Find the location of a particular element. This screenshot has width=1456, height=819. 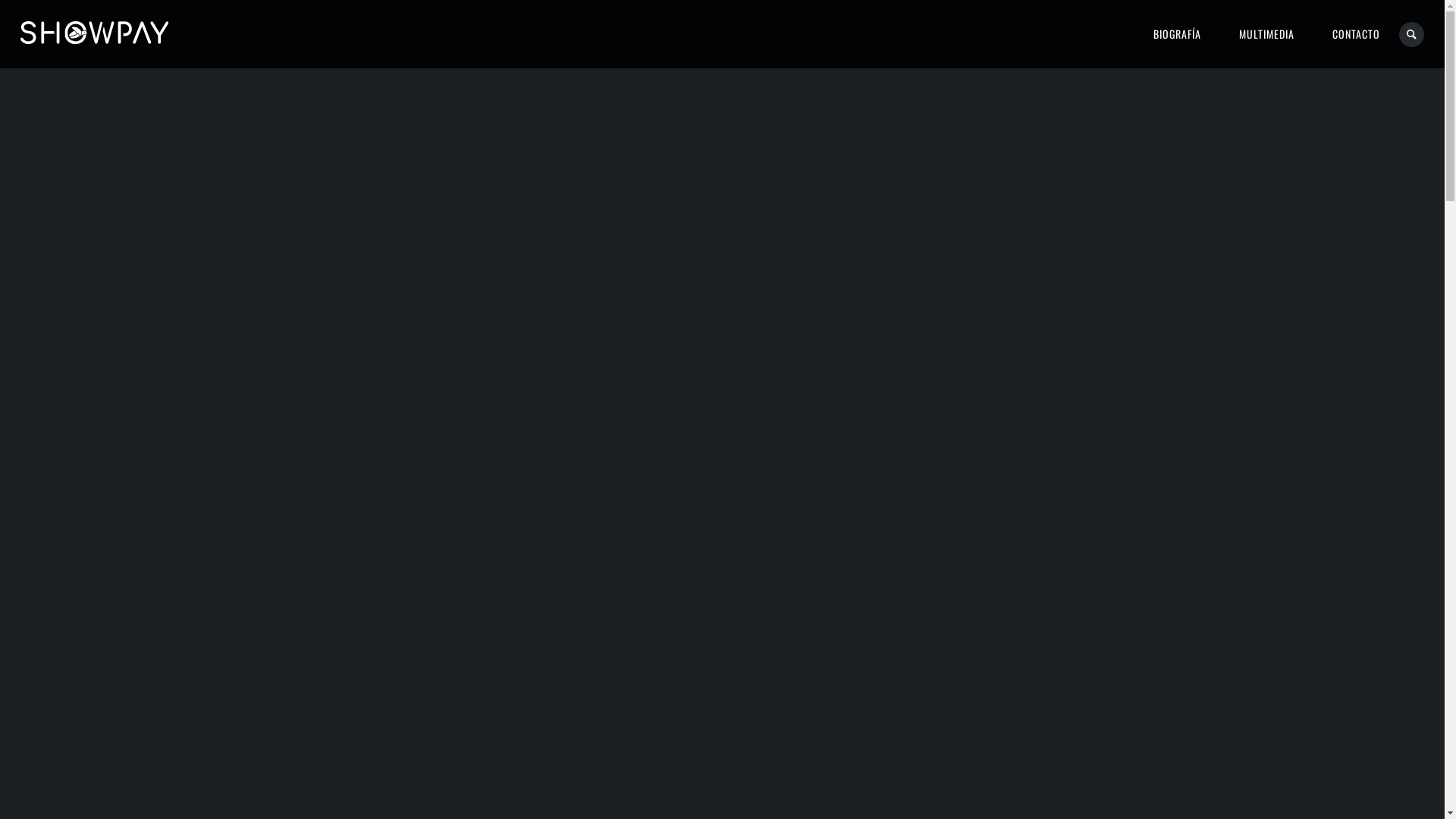

'Buscando...' is located at coordinates (1398, 34).